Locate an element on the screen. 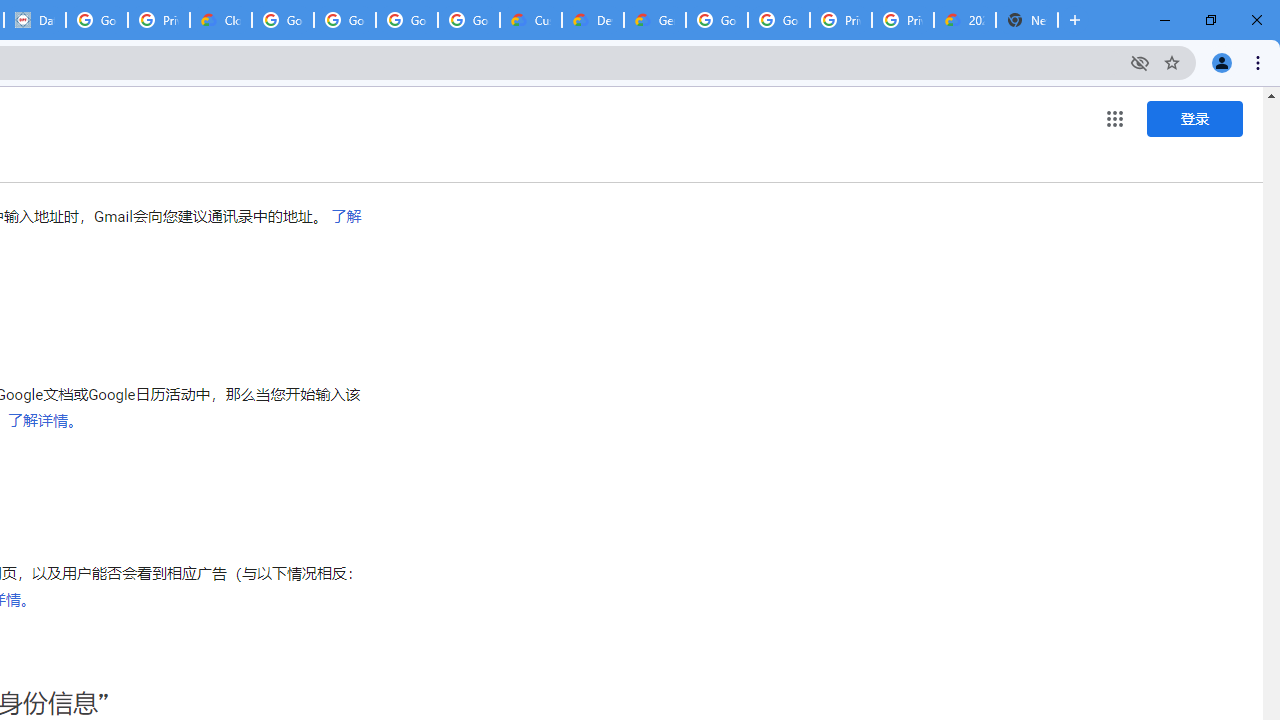 Image resolution: width=1280 pixels, height=720 pixels. 'Cloud Data Processing Addendum | Google Cloud' is located at coordinates (220, 20).